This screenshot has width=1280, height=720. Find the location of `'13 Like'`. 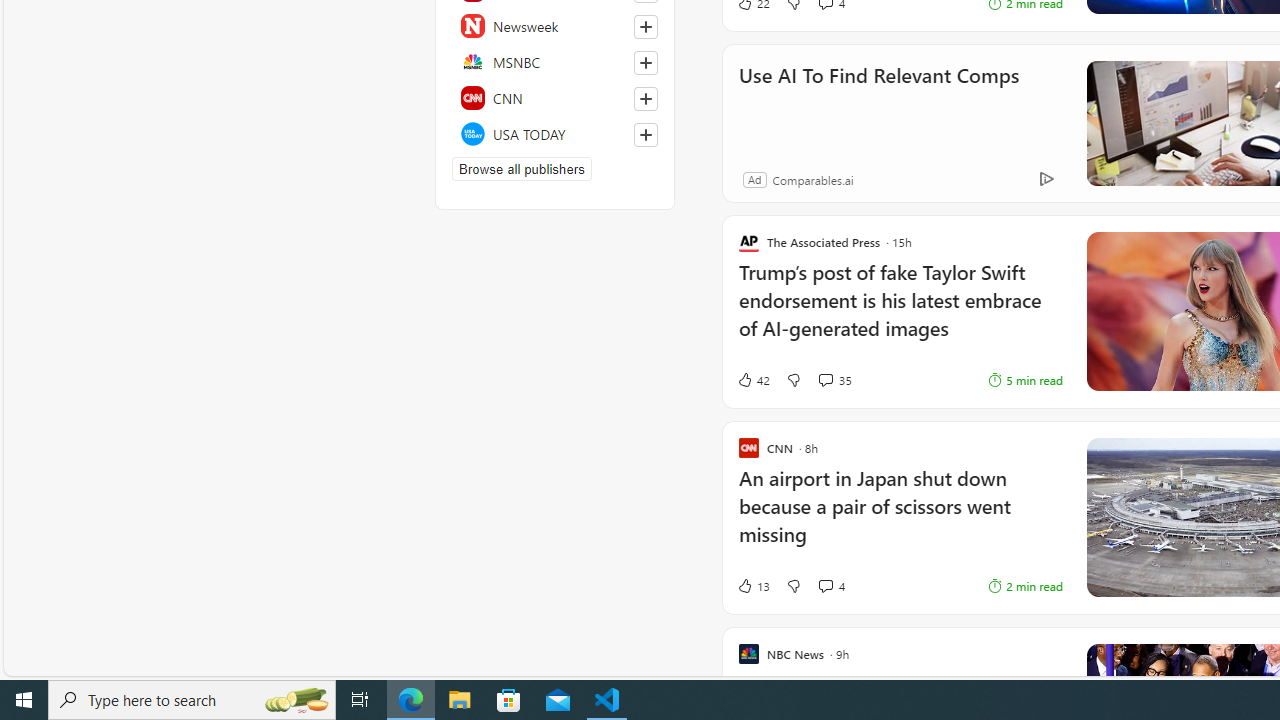

'13 Like' is located at coordinates (752, 585).